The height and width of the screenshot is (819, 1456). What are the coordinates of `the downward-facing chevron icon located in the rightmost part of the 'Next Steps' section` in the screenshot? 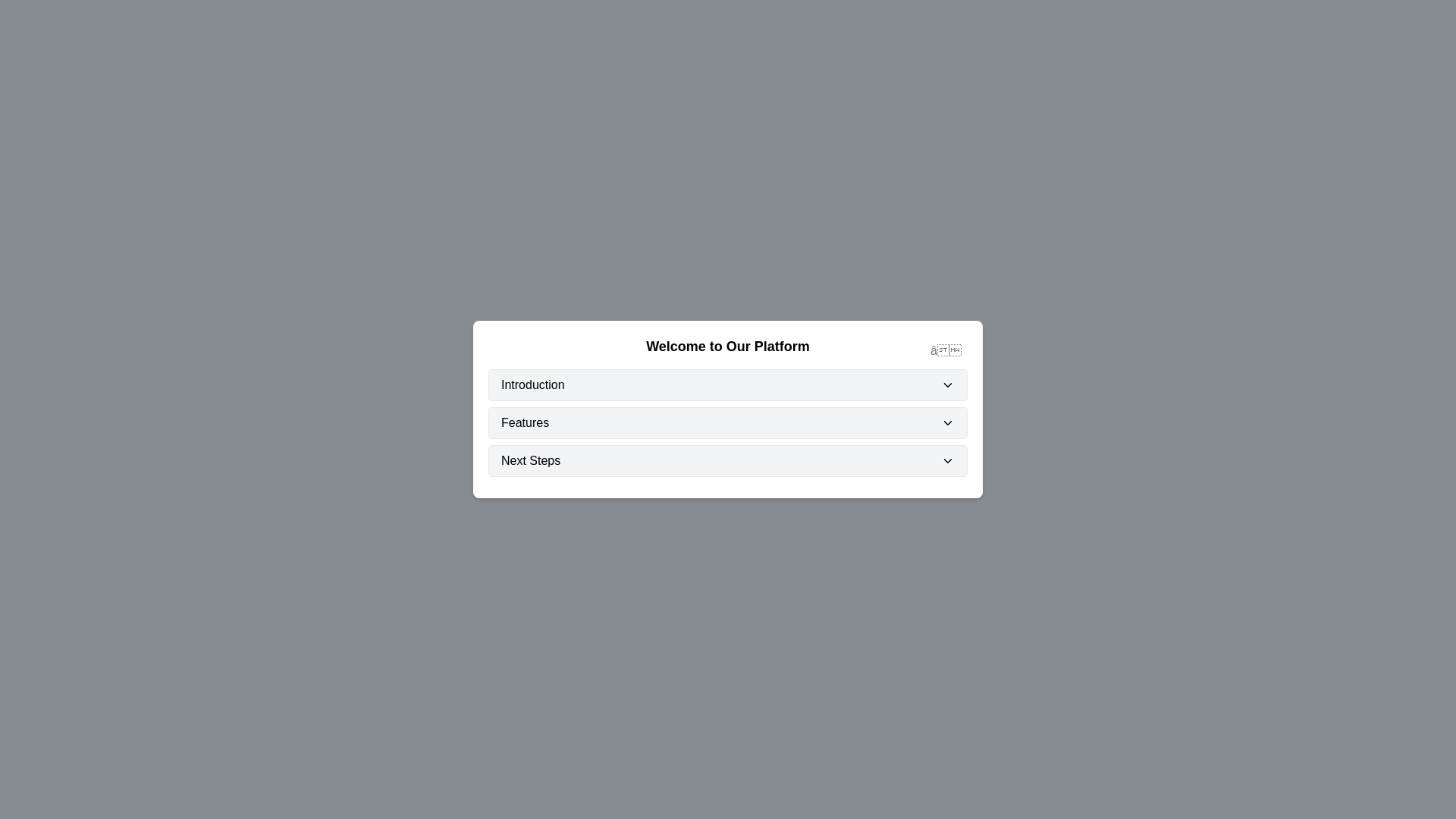 It's located at (946, 460).